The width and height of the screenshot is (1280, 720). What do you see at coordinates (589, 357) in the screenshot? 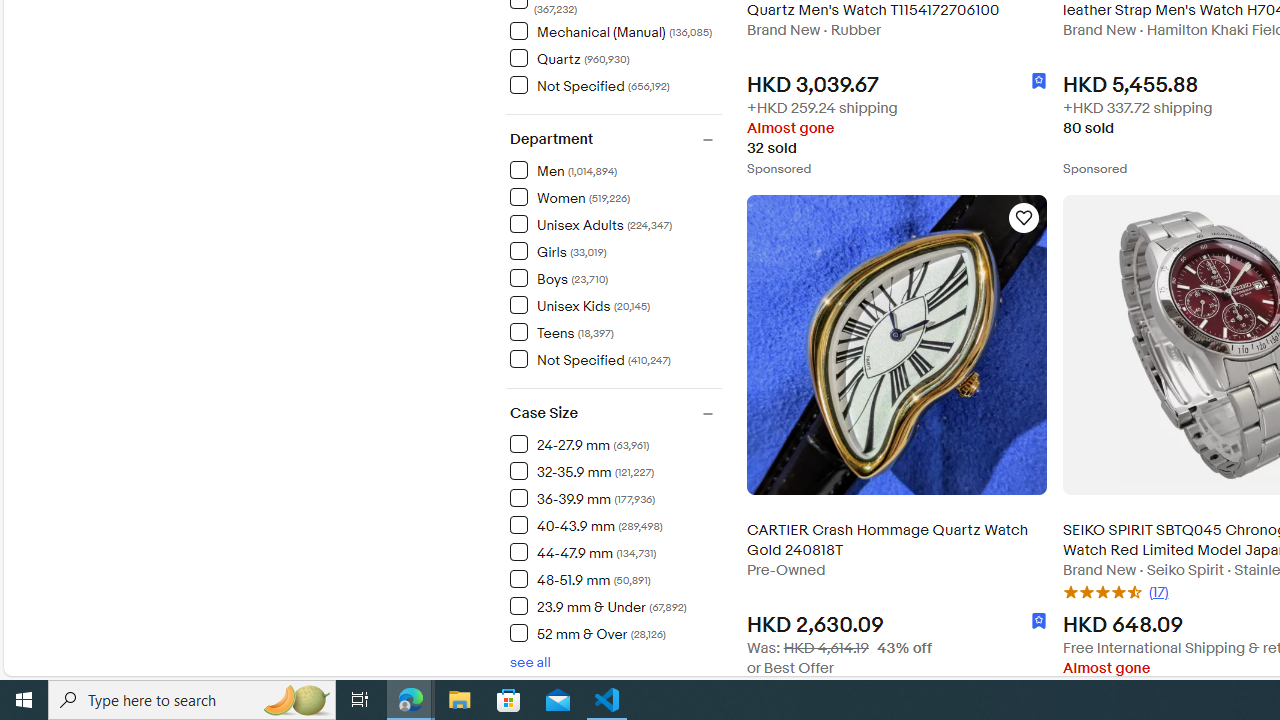
I see `'Not Specified (410,247) Items'` at bounding box center [589, 357].